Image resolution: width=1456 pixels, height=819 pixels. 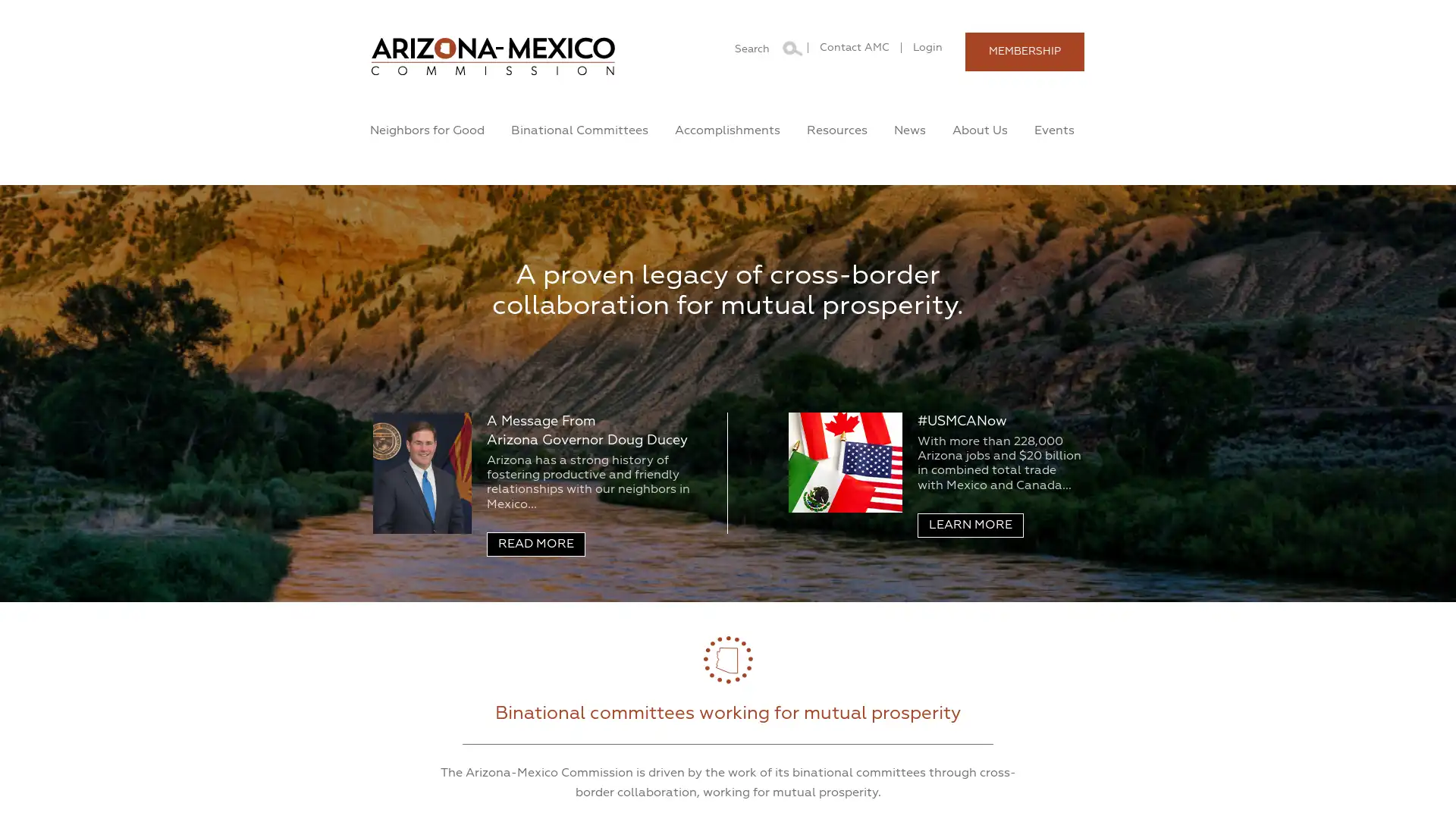 What do you see at coordinates (790, 45) in the screenshot?
I see `Search` at bounding box center [790, 45].